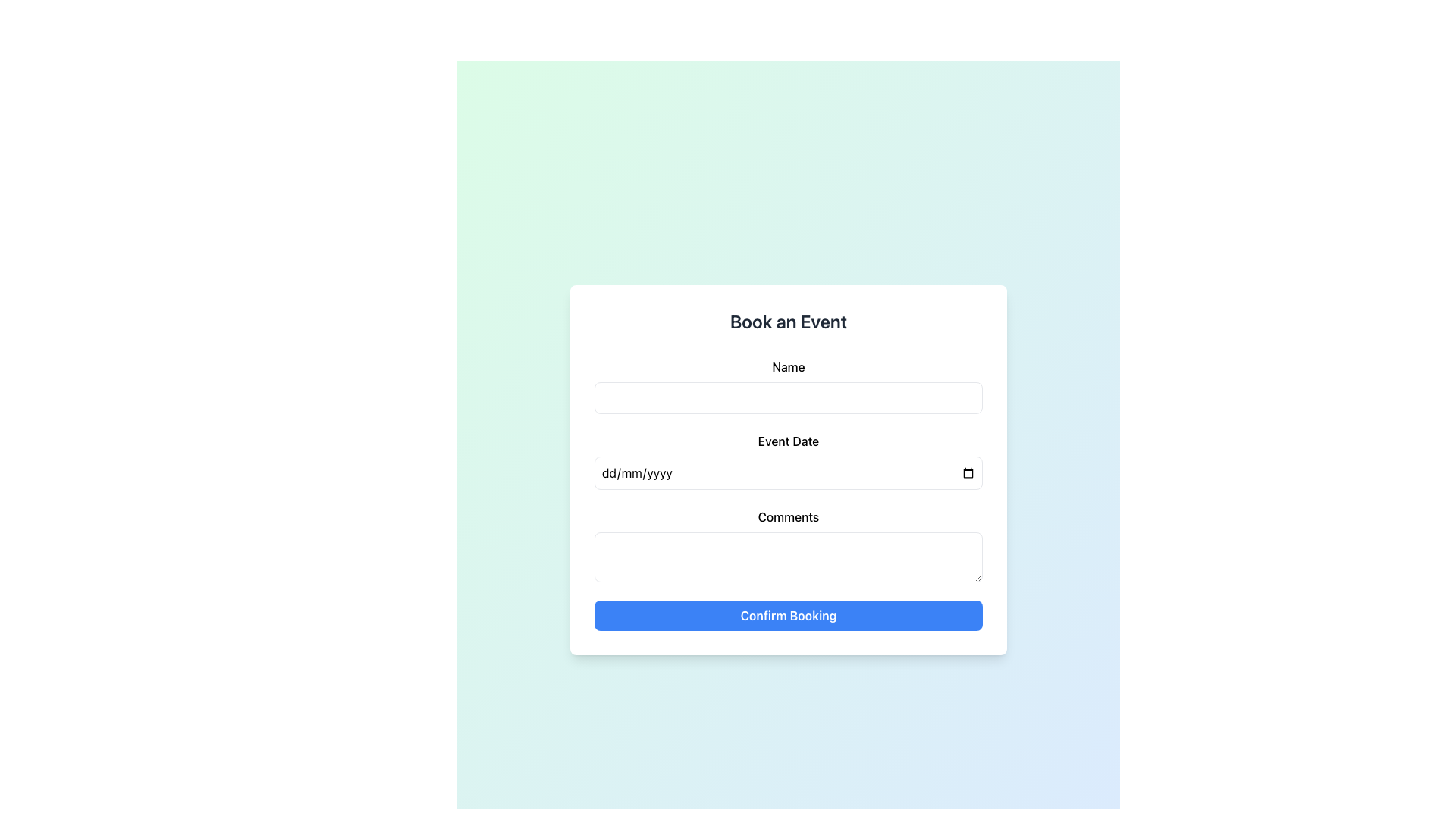 The image size is (1456, 819). What do you see at coordinates (789, 460) in the screenshot?
I see `the Date Input Field labeled 'Event Date'` at bounding box center [789, 460].